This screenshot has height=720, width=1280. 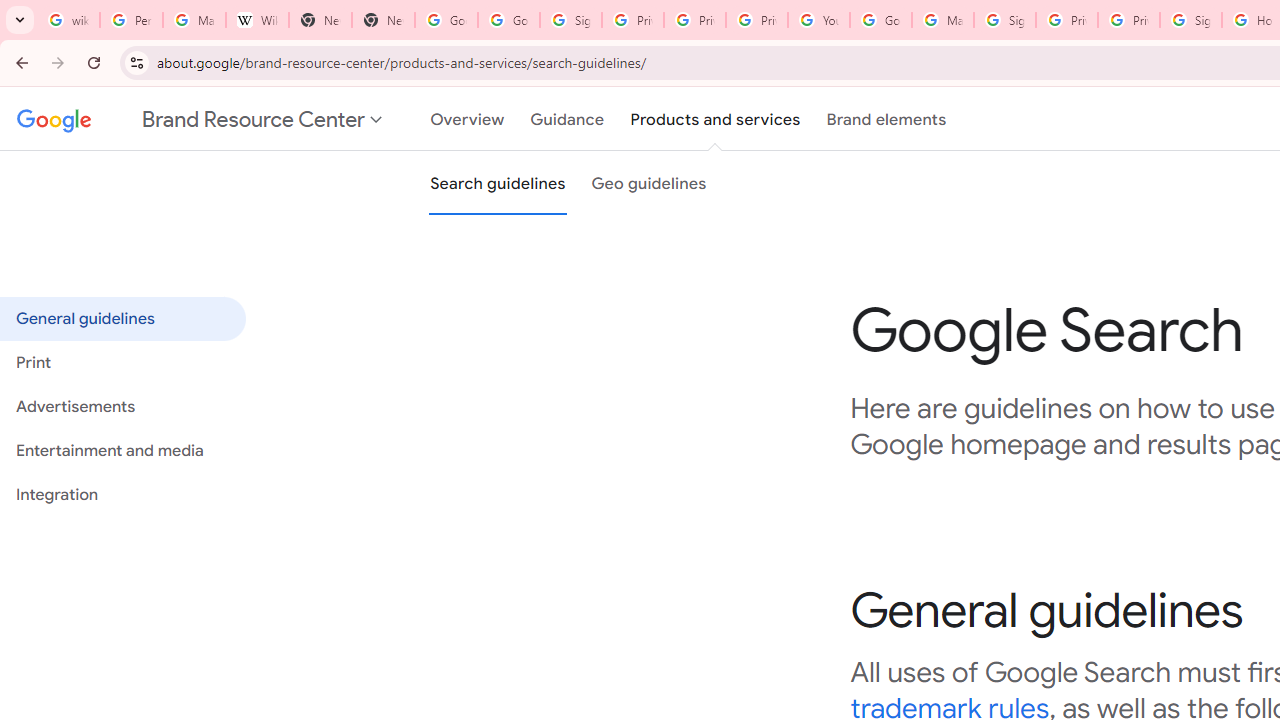 I want to click on 'Google Drive: Sign-in', so click(x=508, y=20).